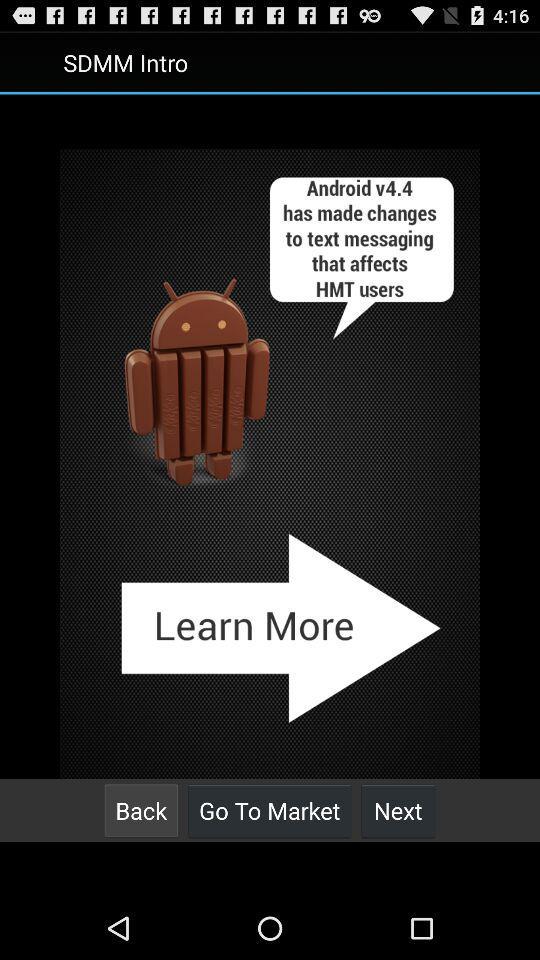 The width and height of the screenshot is (540, 960). I want to click on the button next to next icon, so click(269, 810).